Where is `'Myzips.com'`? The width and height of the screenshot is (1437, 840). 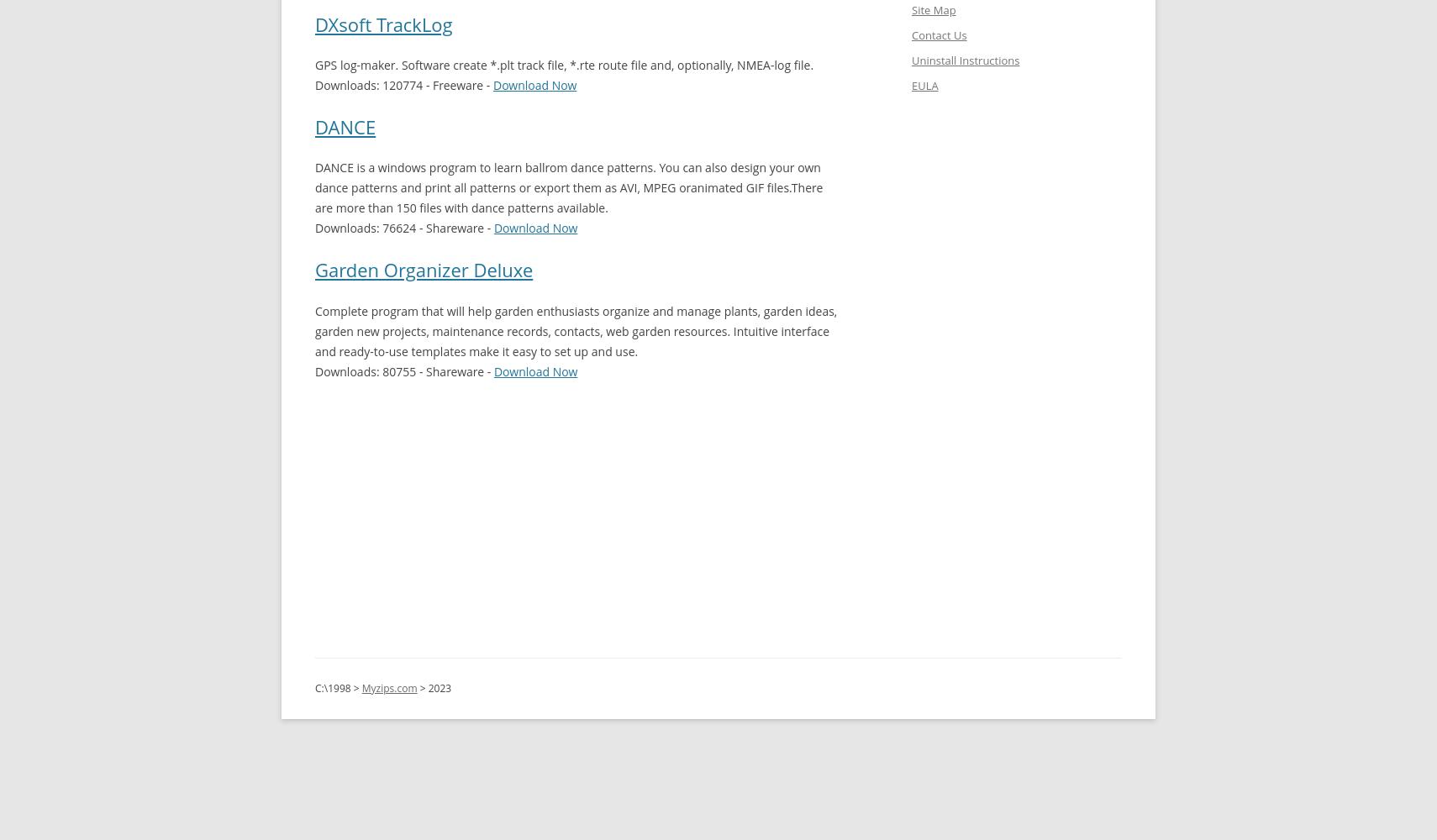
'Myzips.com' is located at coordinates (389, 686).